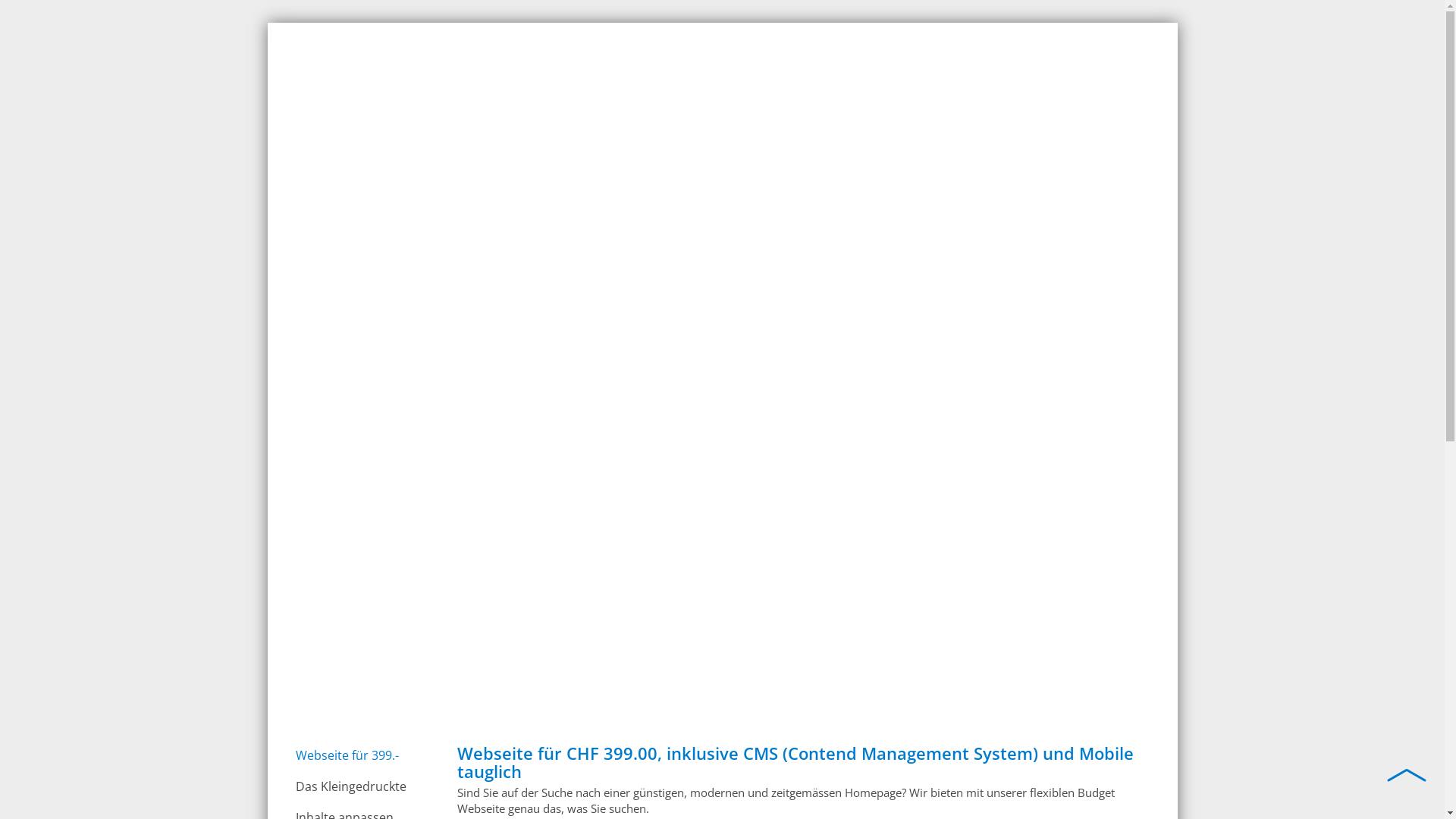 This screenshot has height=819, width=1456. Describe the element at coordinates (362, 786) in the screenshot. I see `'Das Kleingedruckte'` at that location.